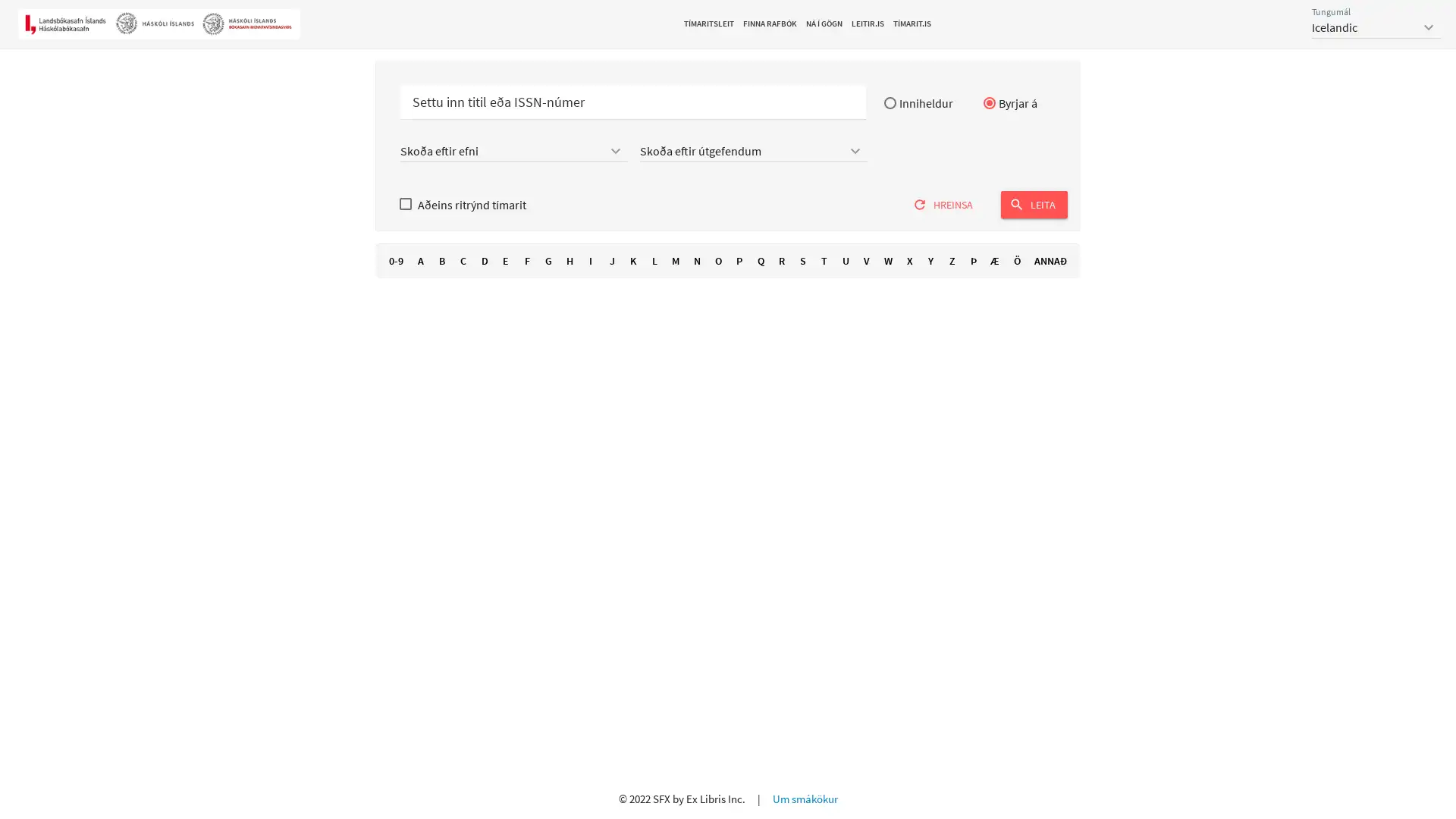  Describe the element at coordinates (1033, 205) in the screenshot. I see `search   LEITA` at that location.